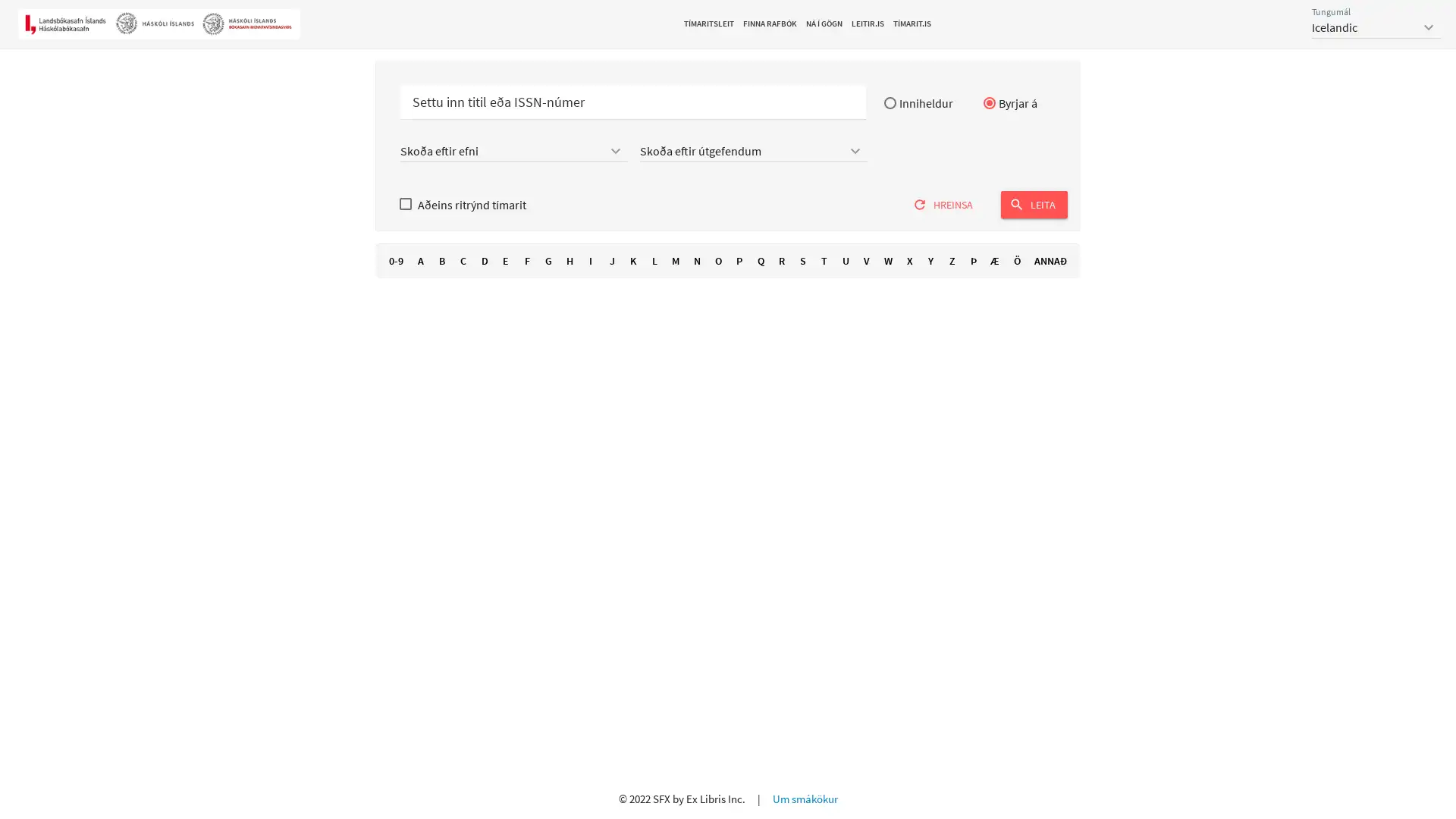  Describe the element at coordinates (1033, 205) in the screenshot. I see `search   LEITA` at that location.